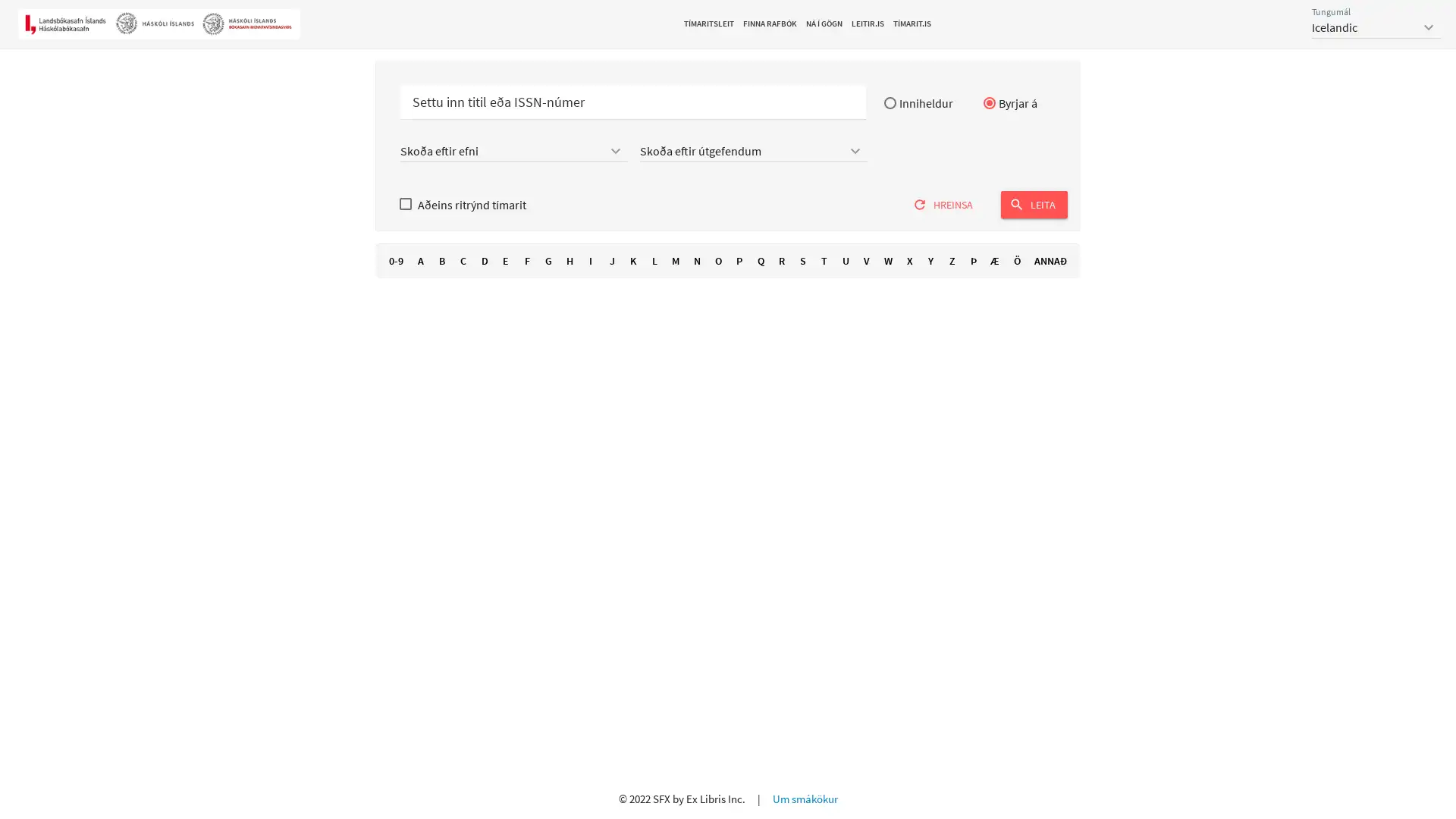  Describe the element at coordinates (1033, 205) in the screenshot. I see `search   LEITA` at that location.